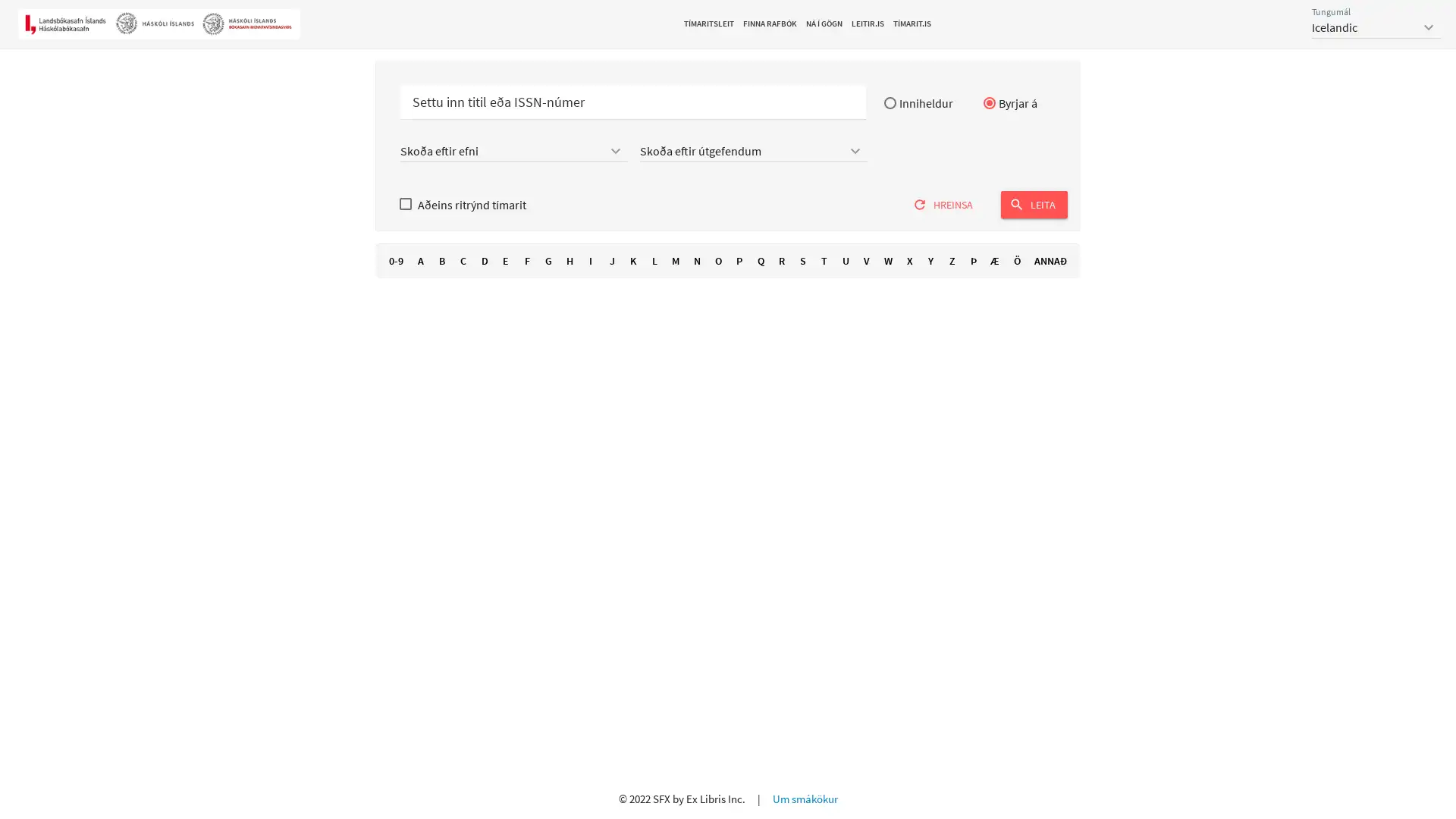  Describe the element at coordinates (1033, 205) in the screenshot. I see `search   LEITA` at that location.